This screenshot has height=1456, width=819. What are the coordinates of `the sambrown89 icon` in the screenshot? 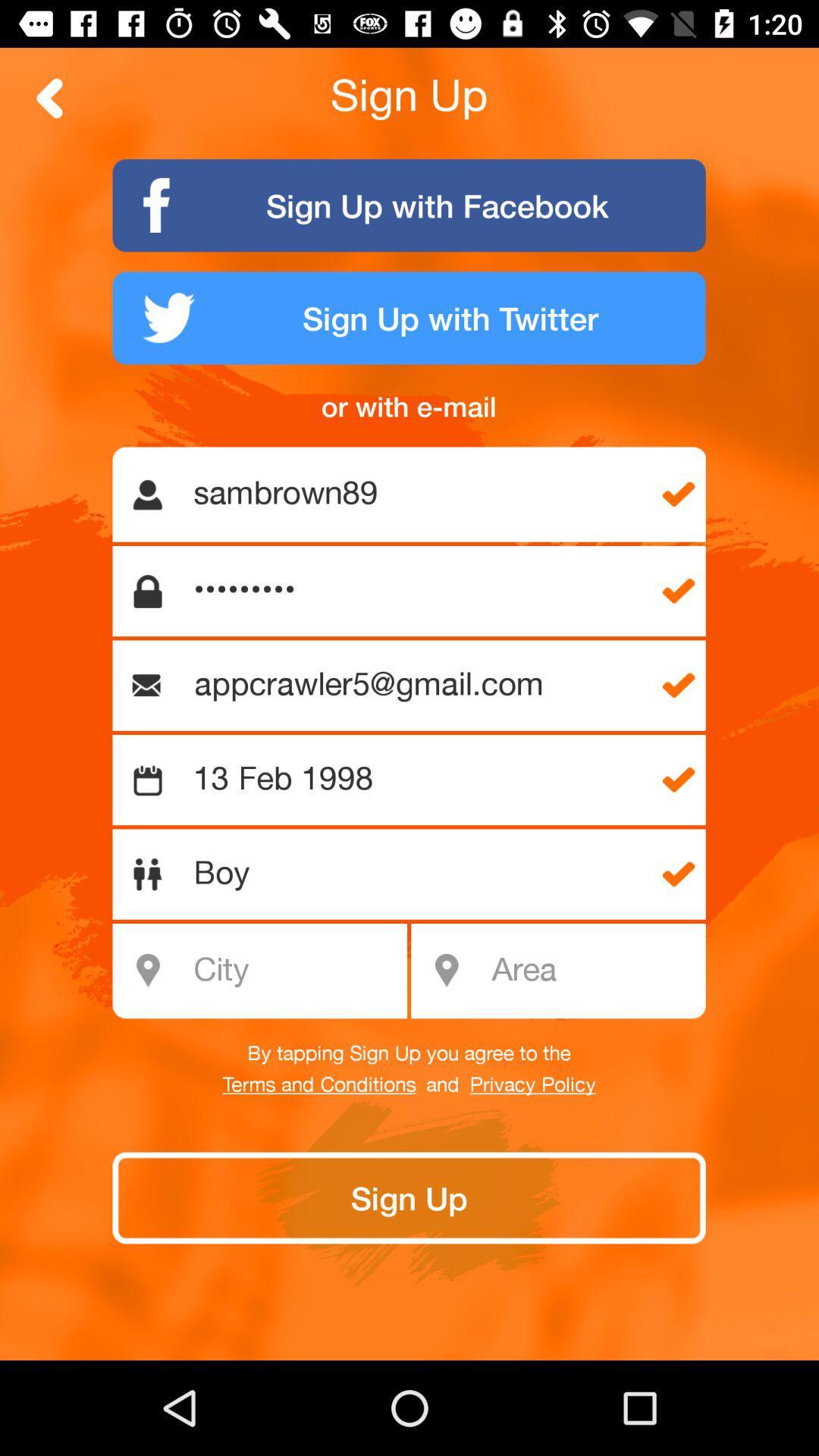 It's located at (417, 494).